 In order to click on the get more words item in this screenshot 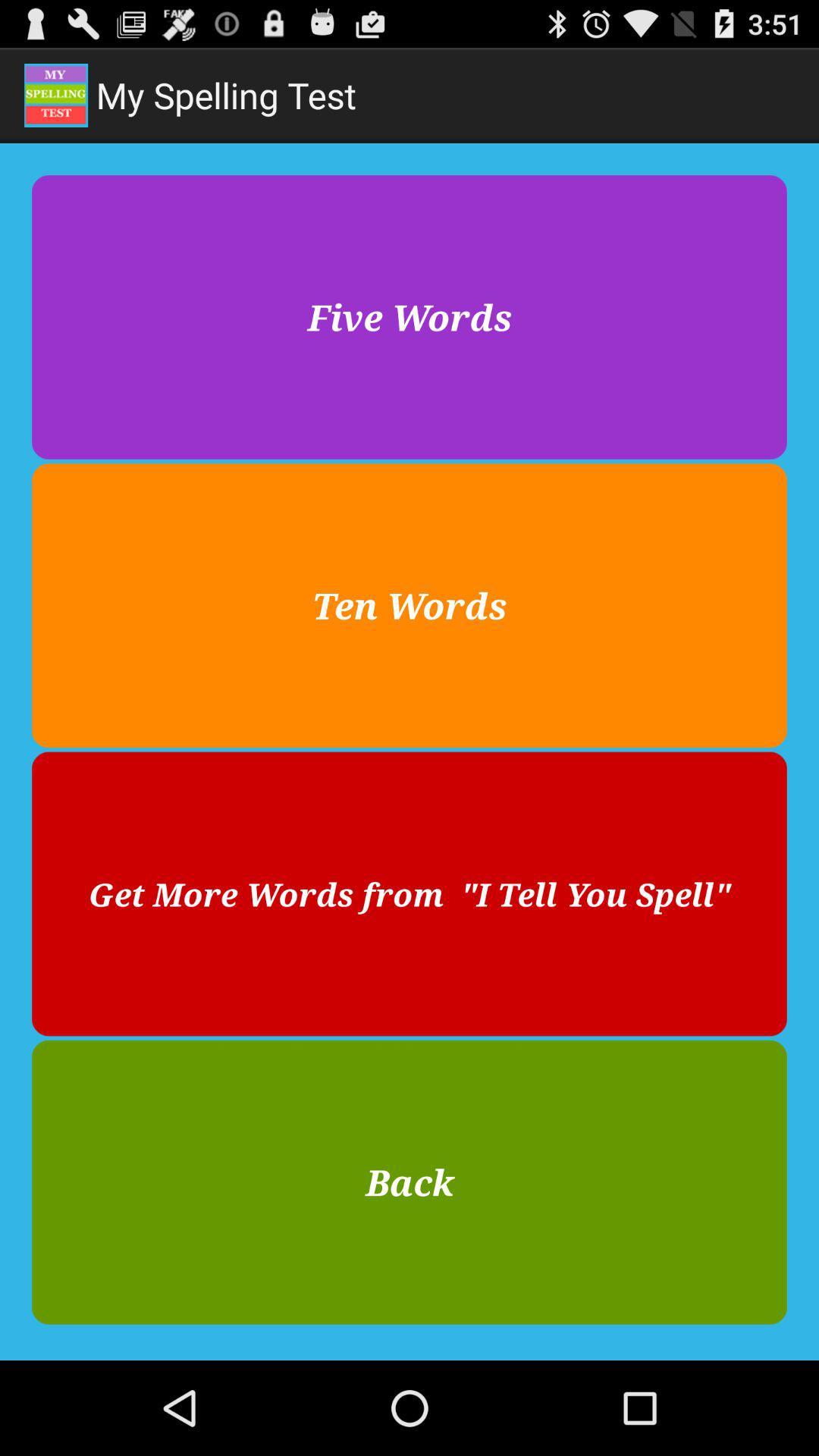, I will do `click(409, 894)`.